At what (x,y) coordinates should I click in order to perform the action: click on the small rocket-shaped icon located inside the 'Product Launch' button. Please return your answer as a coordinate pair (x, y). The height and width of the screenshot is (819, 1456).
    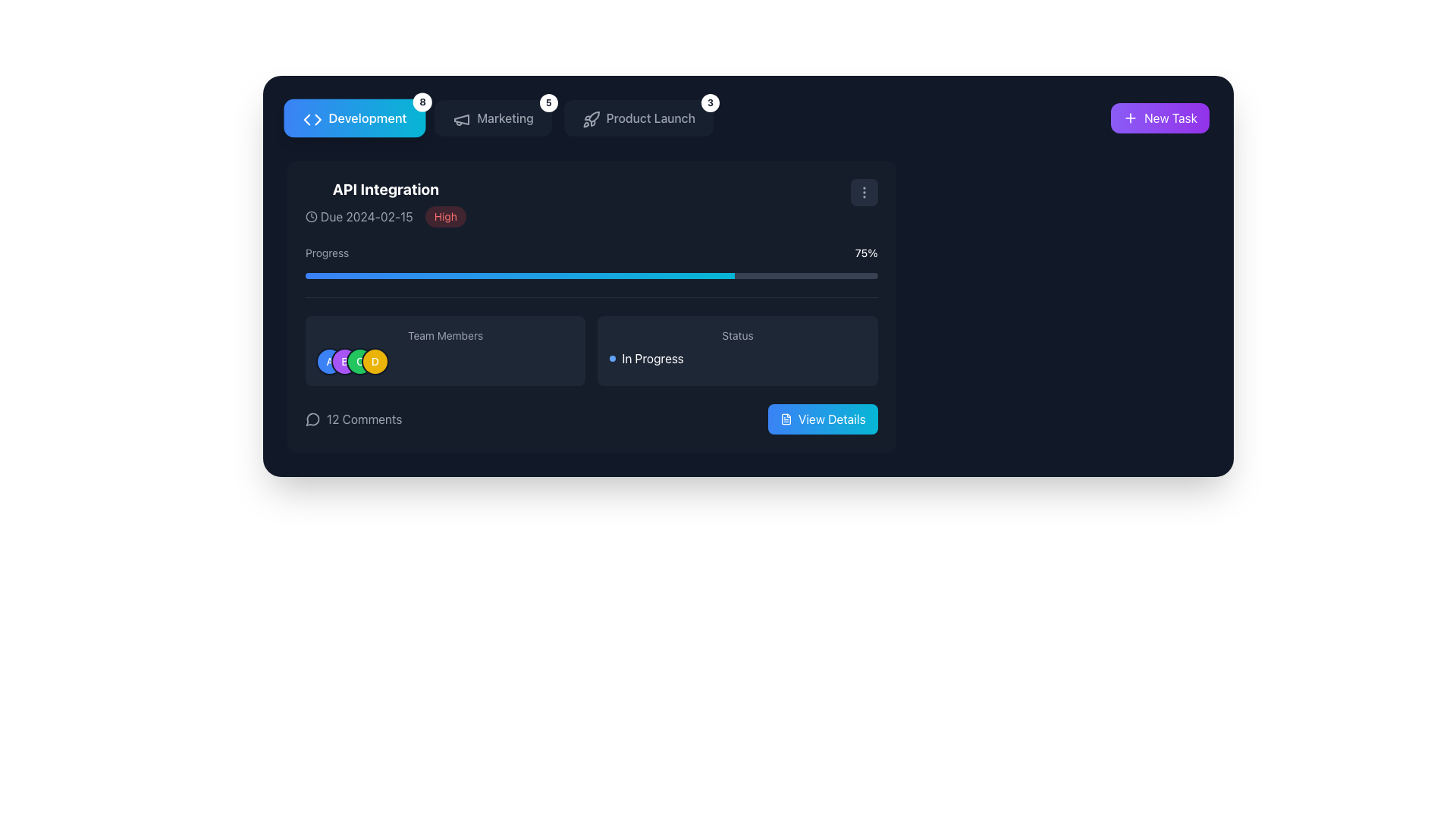
    Looking at the image, I should click on (588, 117).